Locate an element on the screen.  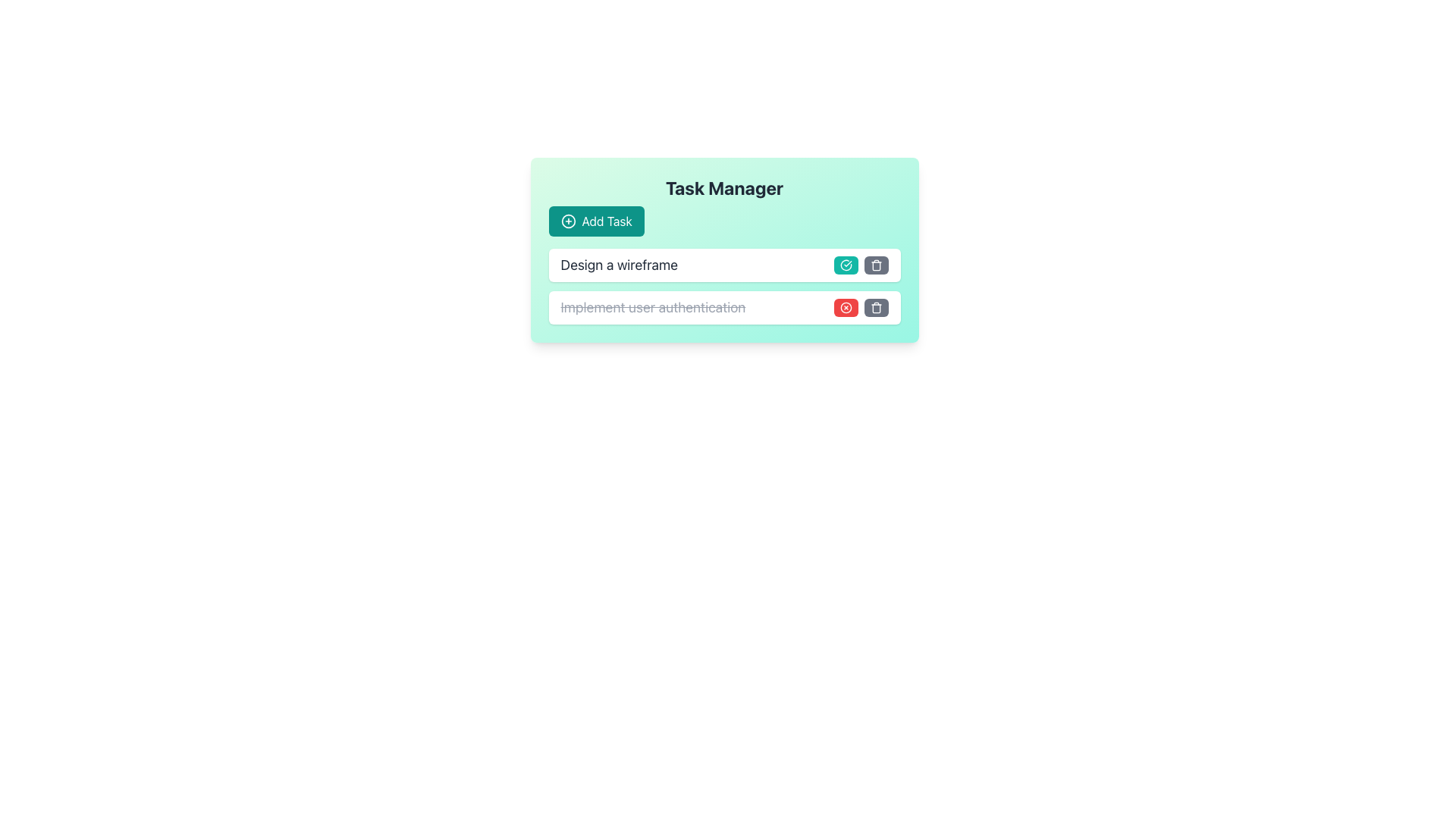
the 'Add Task' text label, which is displayed in white font on a teal green rectangular background, prominently positioned at the top left of the task management interface is located at coordinates (607, 221).